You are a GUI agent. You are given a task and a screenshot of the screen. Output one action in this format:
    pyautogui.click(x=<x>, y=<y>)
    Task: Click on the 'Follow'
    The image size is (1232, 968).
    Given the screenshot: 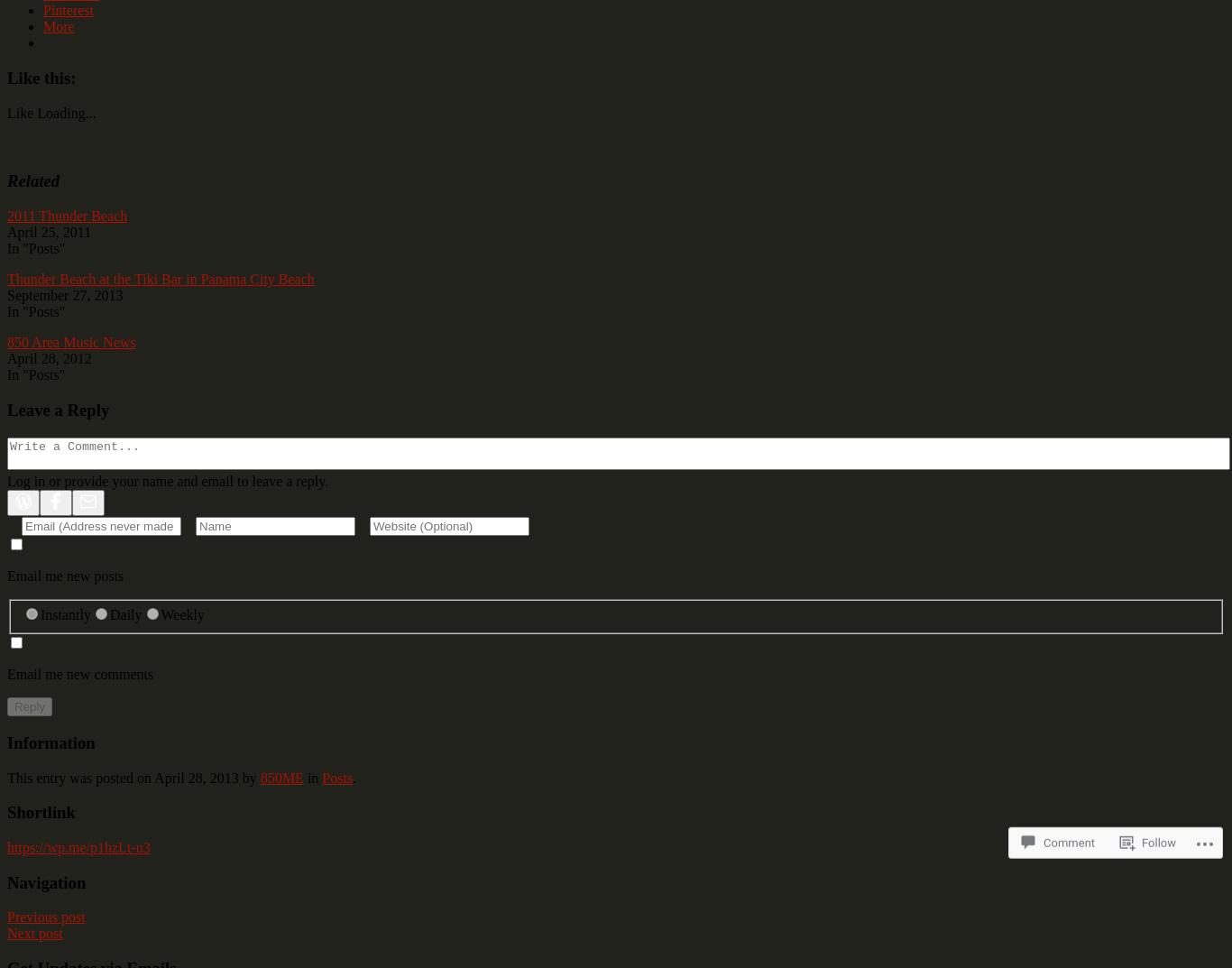 What is the action you would take?
    pyautogui.click(x=1157, y=811)
    